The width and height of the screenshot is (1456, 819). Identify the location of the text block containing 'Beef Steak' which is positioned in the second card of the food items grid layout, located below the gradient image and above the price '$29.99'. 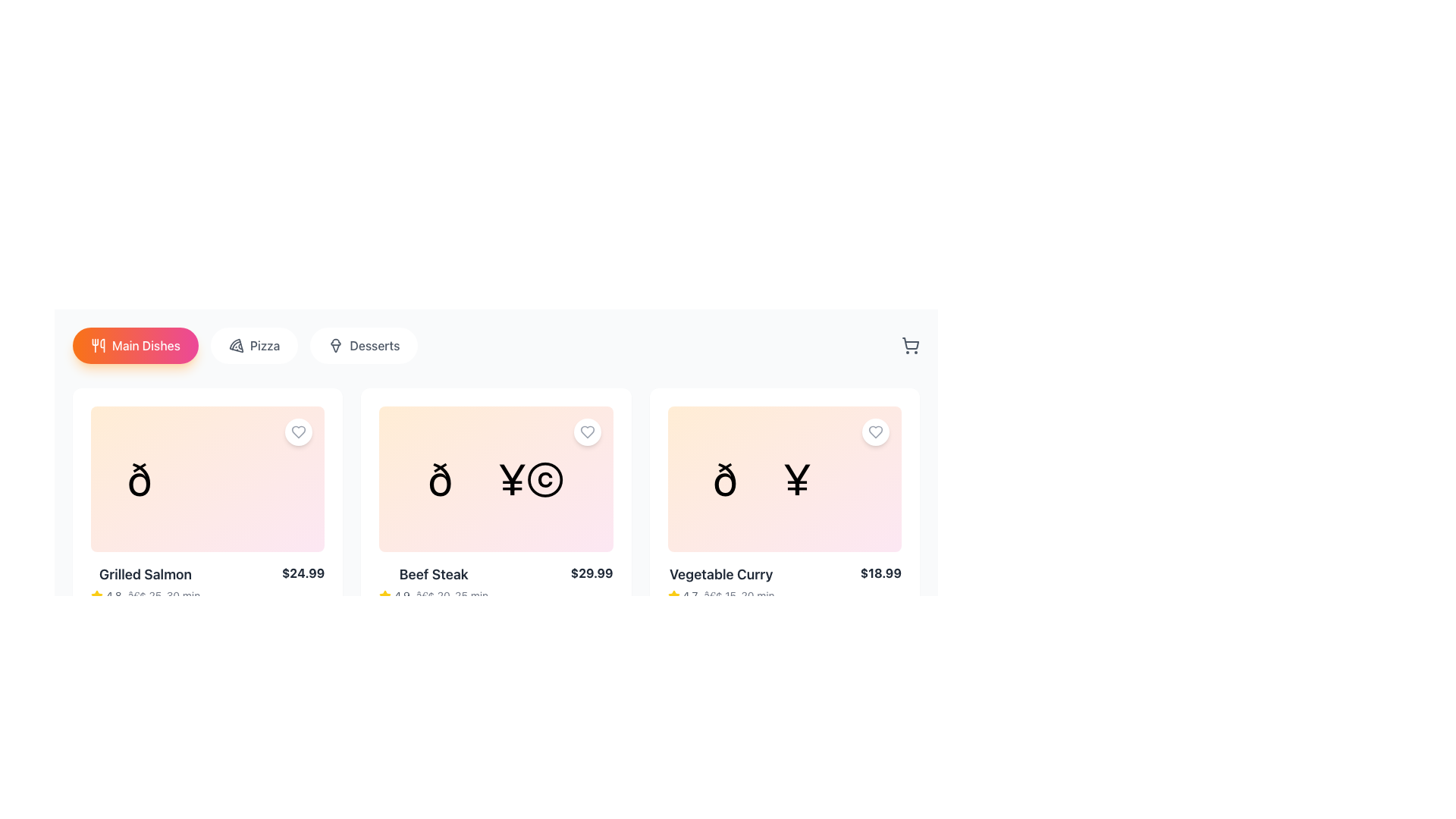
(433, 583).